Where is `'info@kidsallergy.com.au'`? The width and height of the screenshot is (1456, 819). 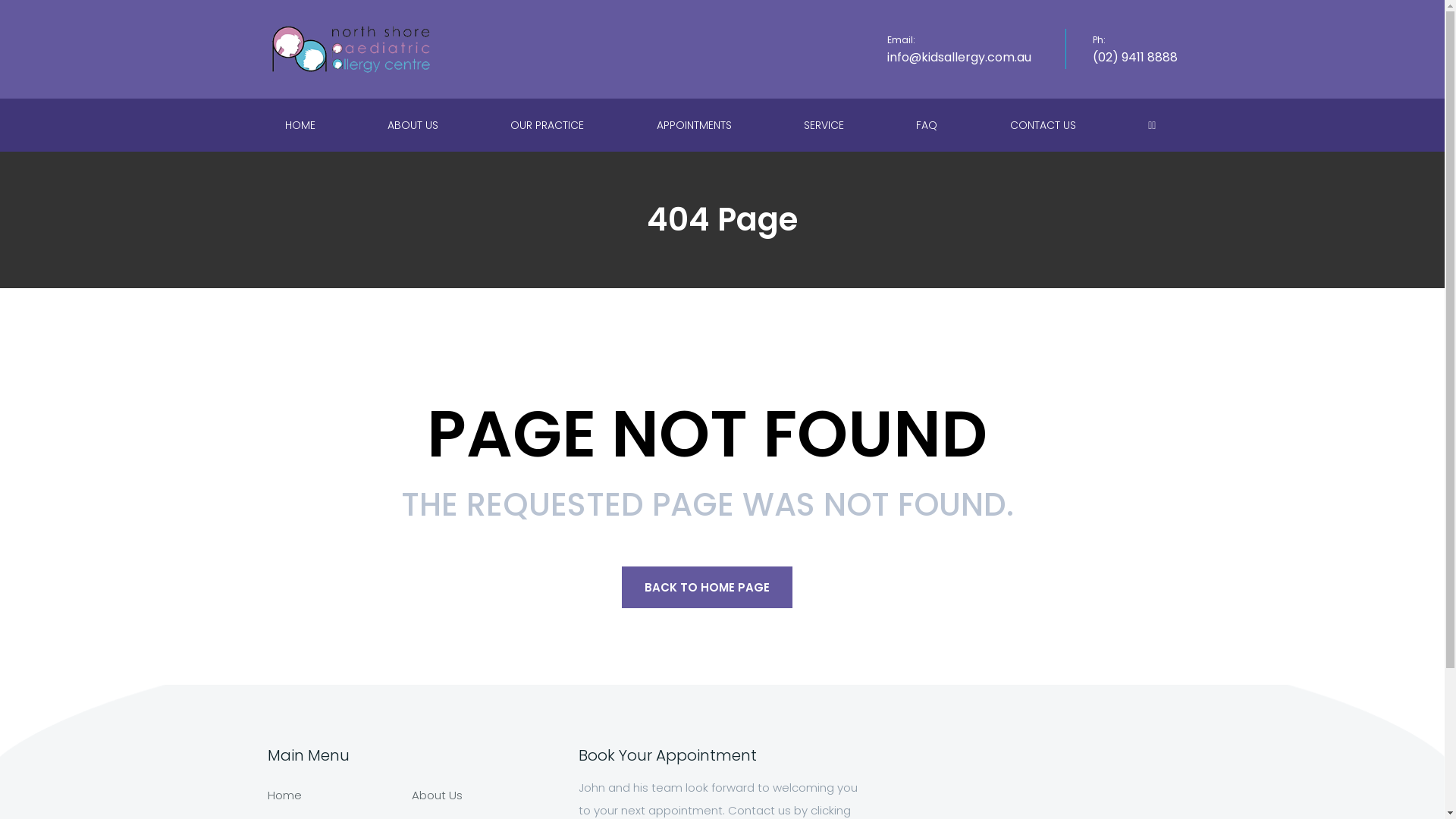 'info@kidsallergy.com.au' is located at coordinates (959, 56).